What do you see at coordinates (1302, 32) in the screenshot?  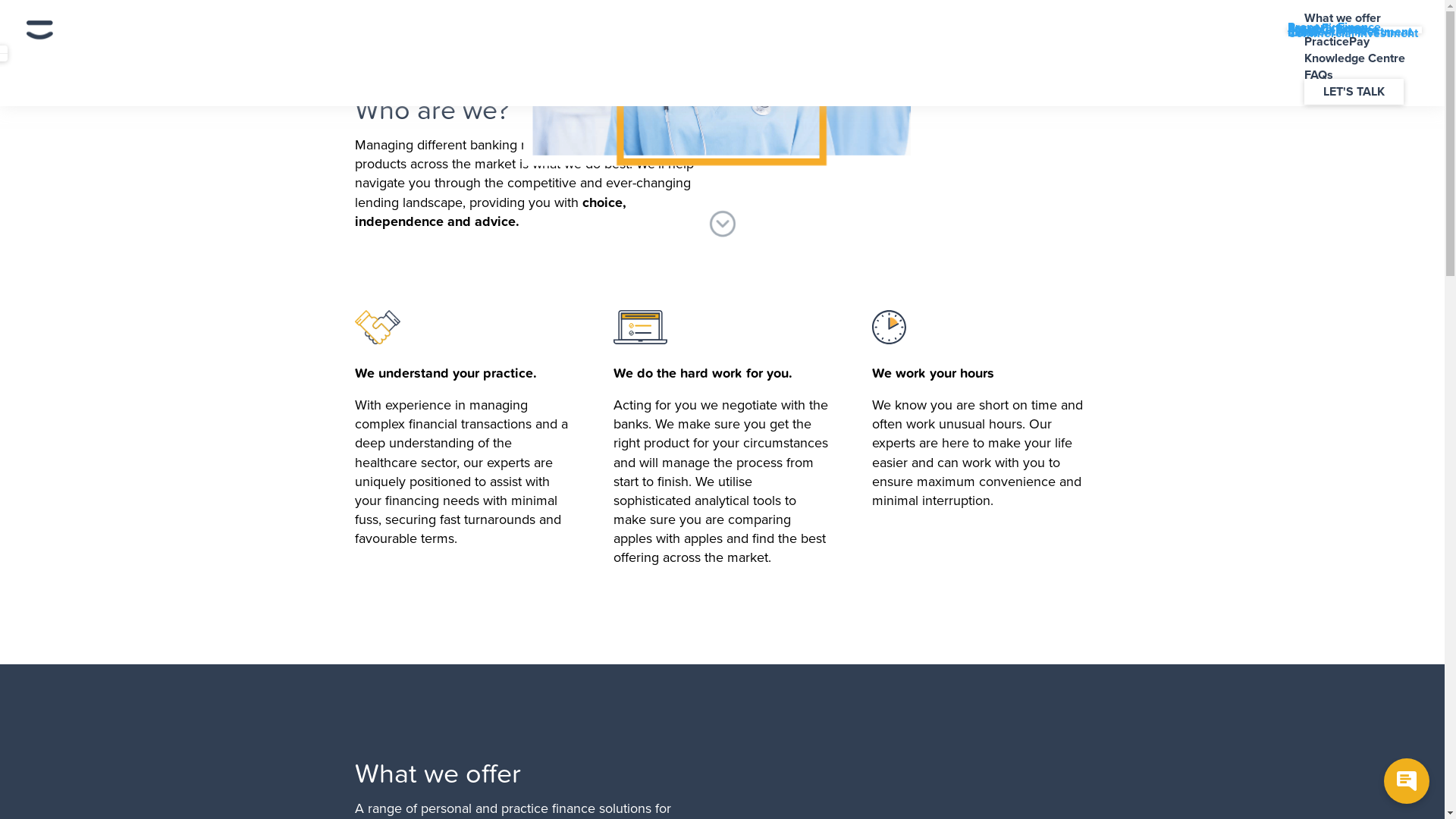 I see `'blank'` at bounding box center [1302, 32].